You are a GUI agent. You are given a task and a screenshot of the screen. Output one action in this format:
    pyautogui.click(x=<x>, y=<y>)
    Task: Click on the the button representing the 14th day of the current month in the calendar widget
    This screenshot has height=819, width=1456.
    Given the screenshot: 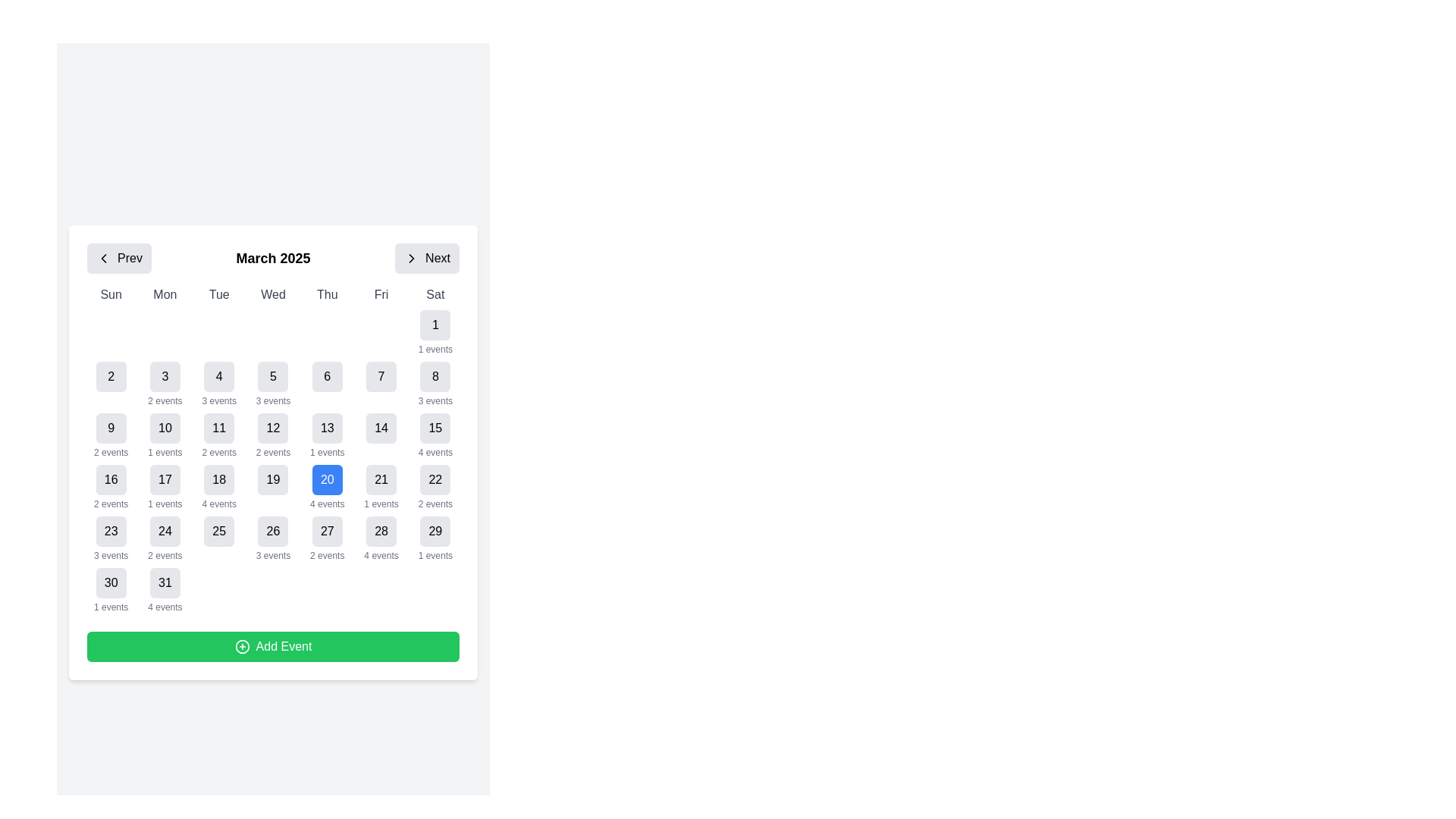 What is the action you would take?
    pyautogui.click(x=381, y=435)
    